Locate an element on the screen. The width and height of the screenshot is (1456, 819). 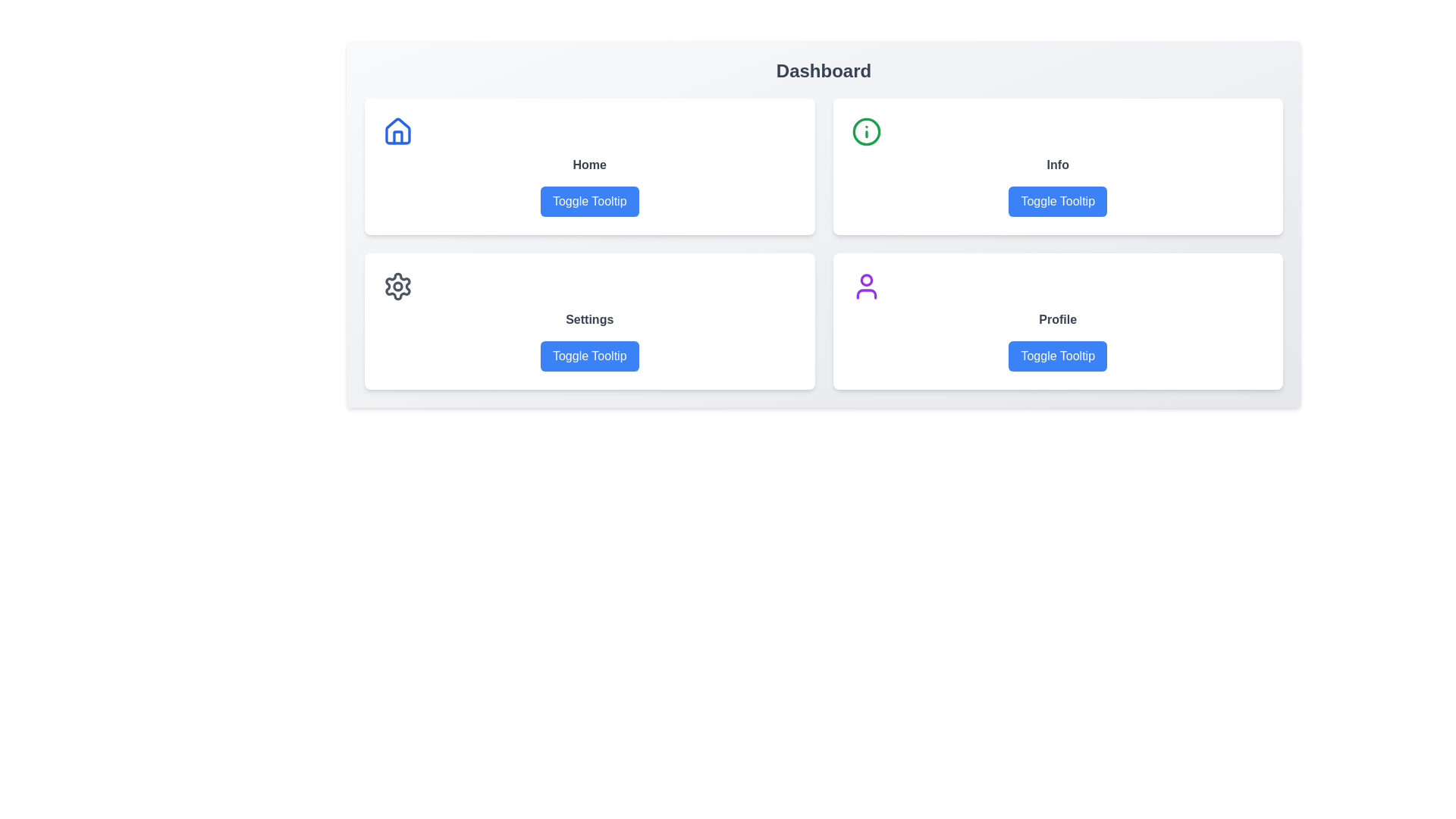
the first card in the top-left corner of the four-card grid layout to interact with the 'Home' feature is located at coordinates (588, 166).